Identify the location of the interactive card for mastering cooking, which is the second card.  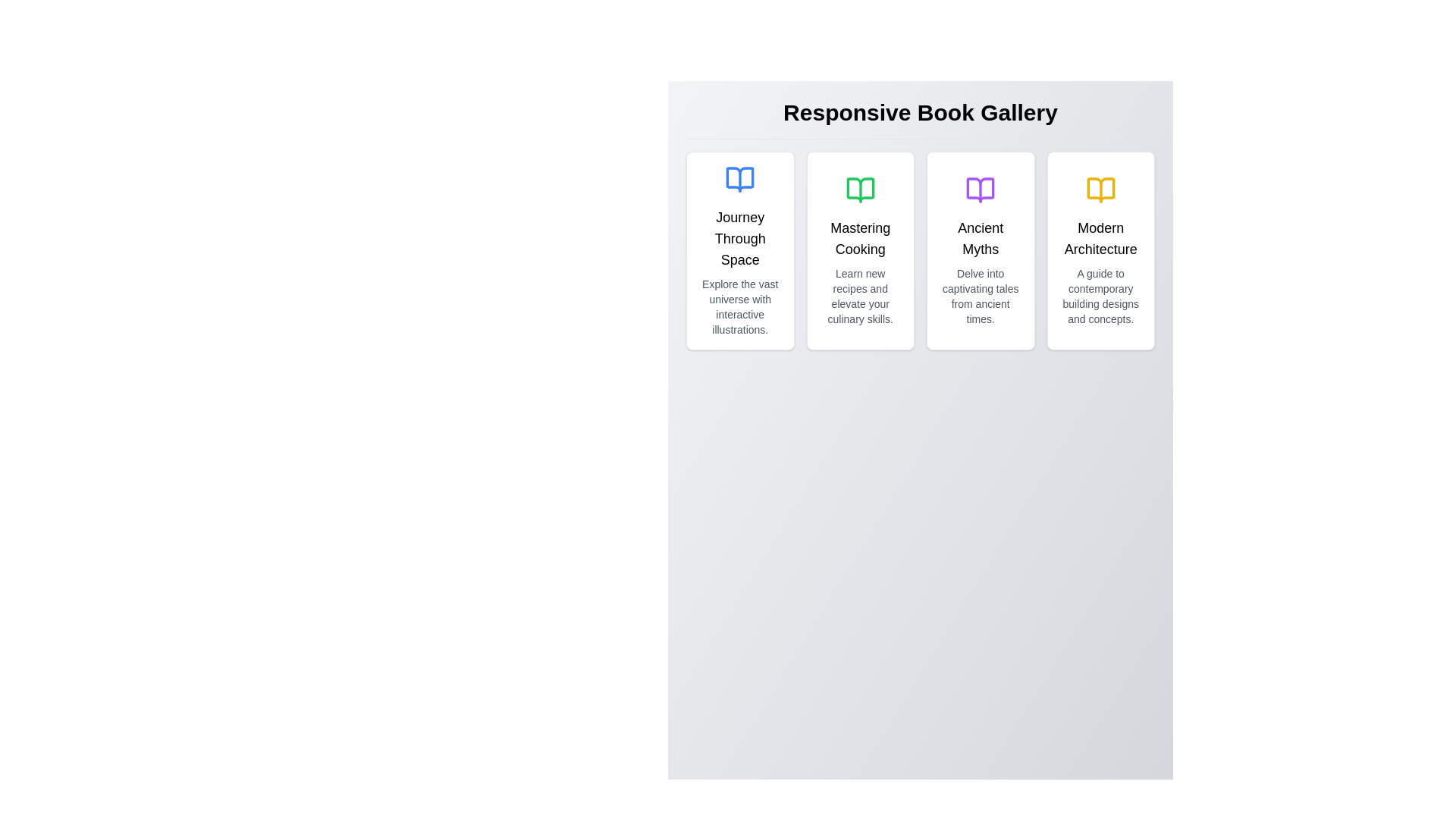
(860, 250).